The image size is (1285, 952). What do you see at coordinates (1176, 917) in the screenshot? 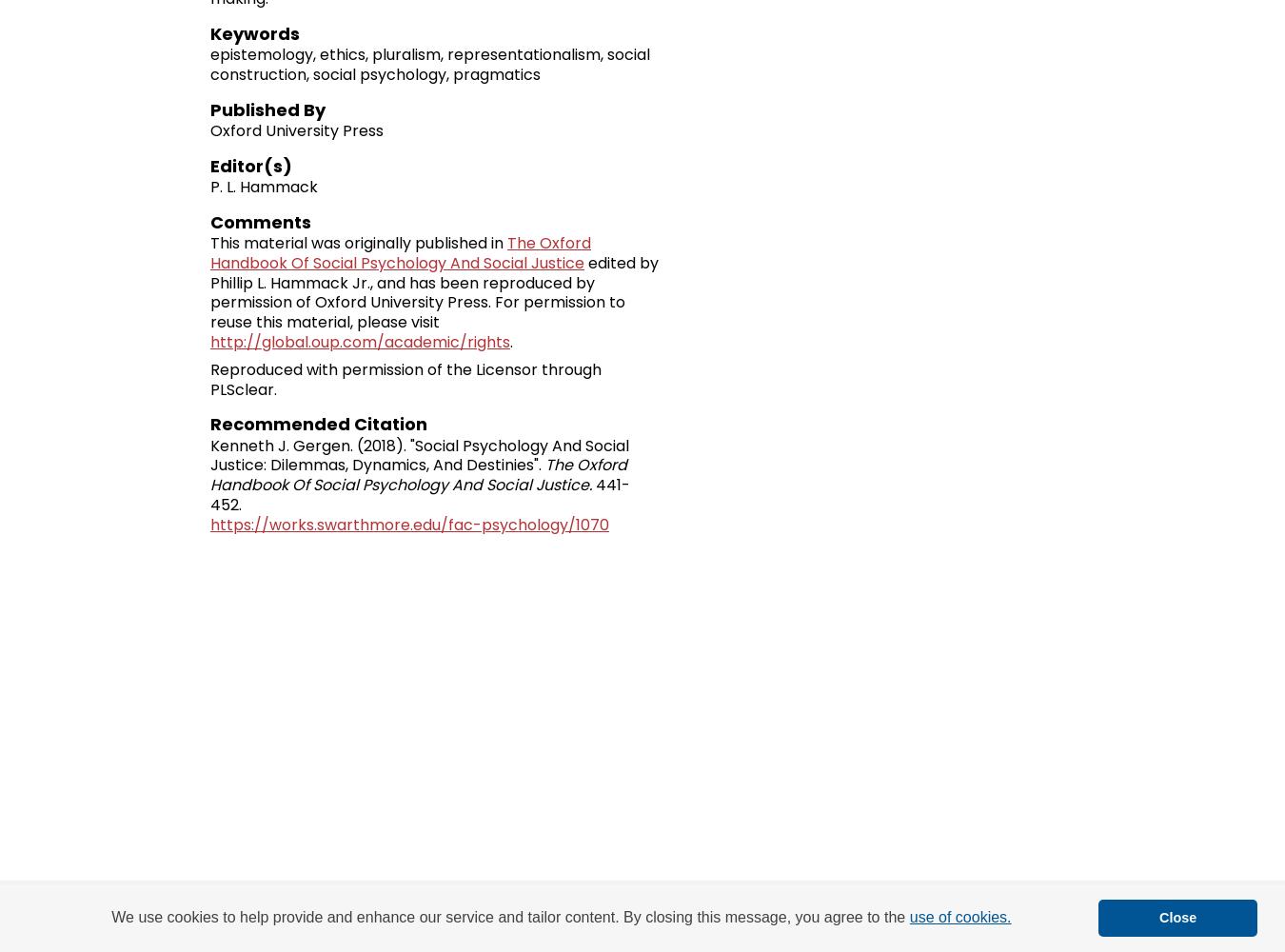
I see `'Close'` at bounding box center [1176, 917].